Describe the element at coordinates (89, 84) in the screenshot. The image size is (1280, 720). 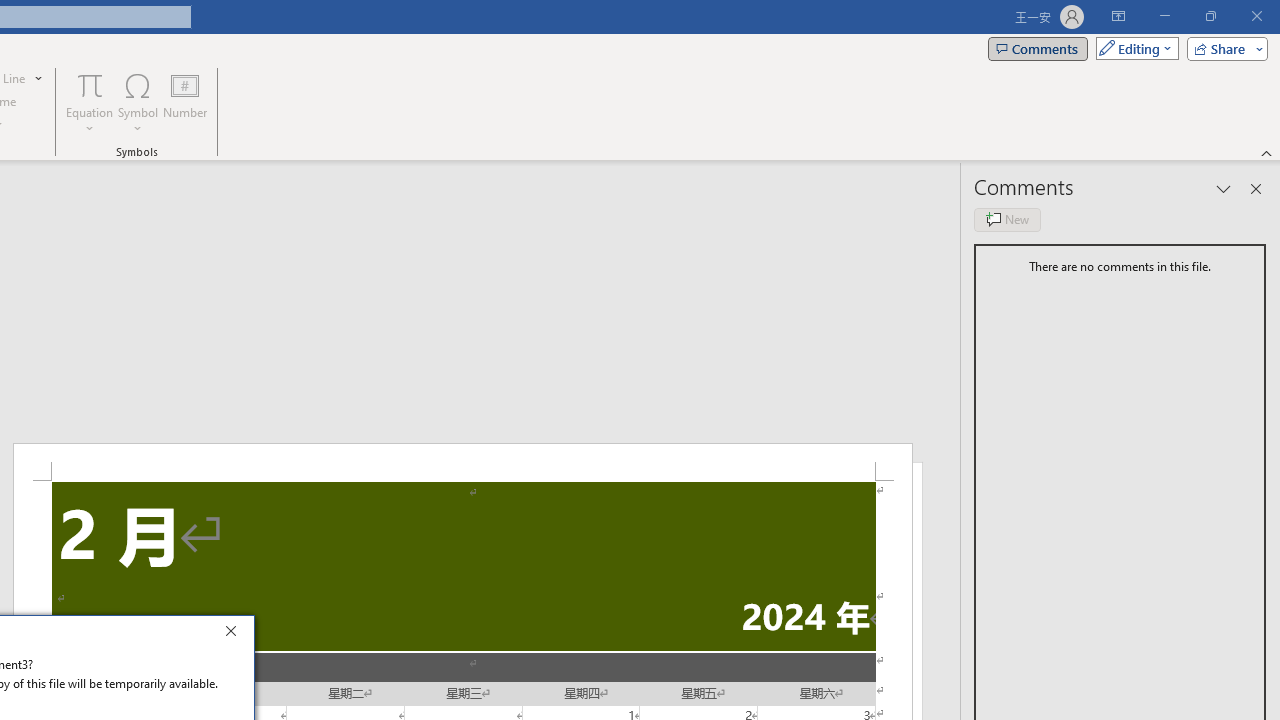
I see `'Equation'` at that location.